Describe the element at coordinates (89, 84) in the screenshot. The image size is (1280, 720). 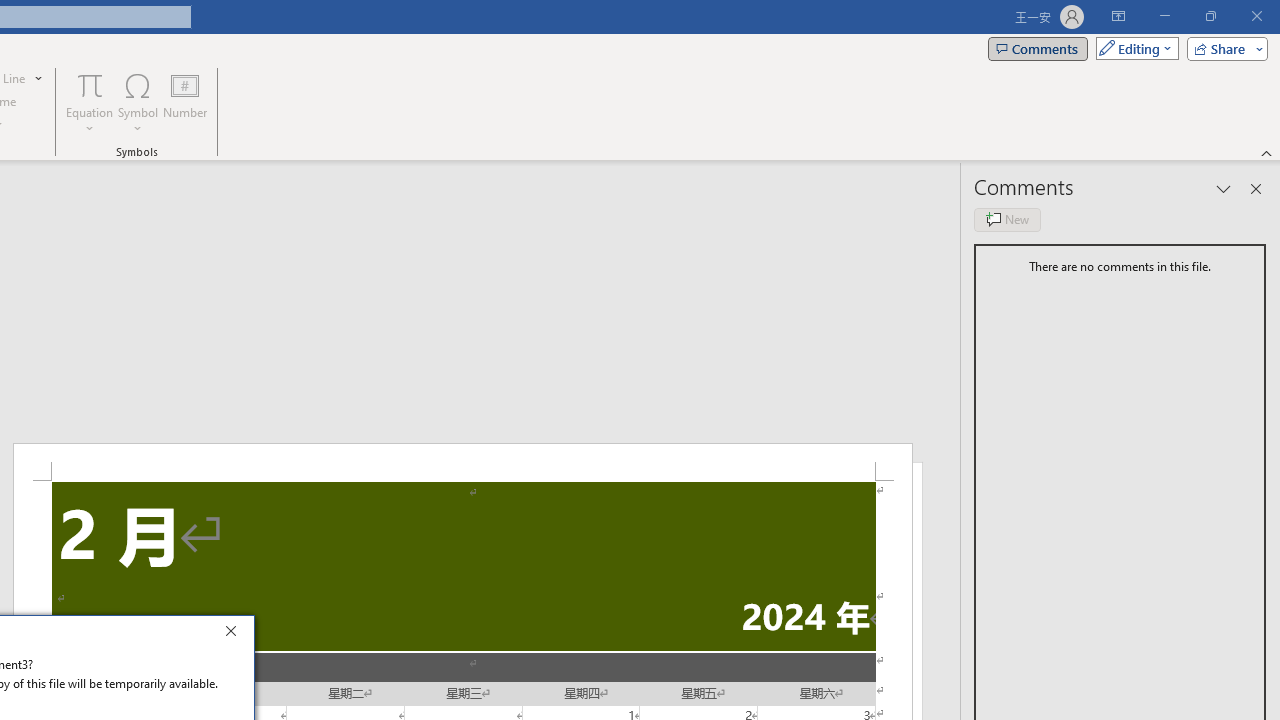
I see `'Equation'` at that location.